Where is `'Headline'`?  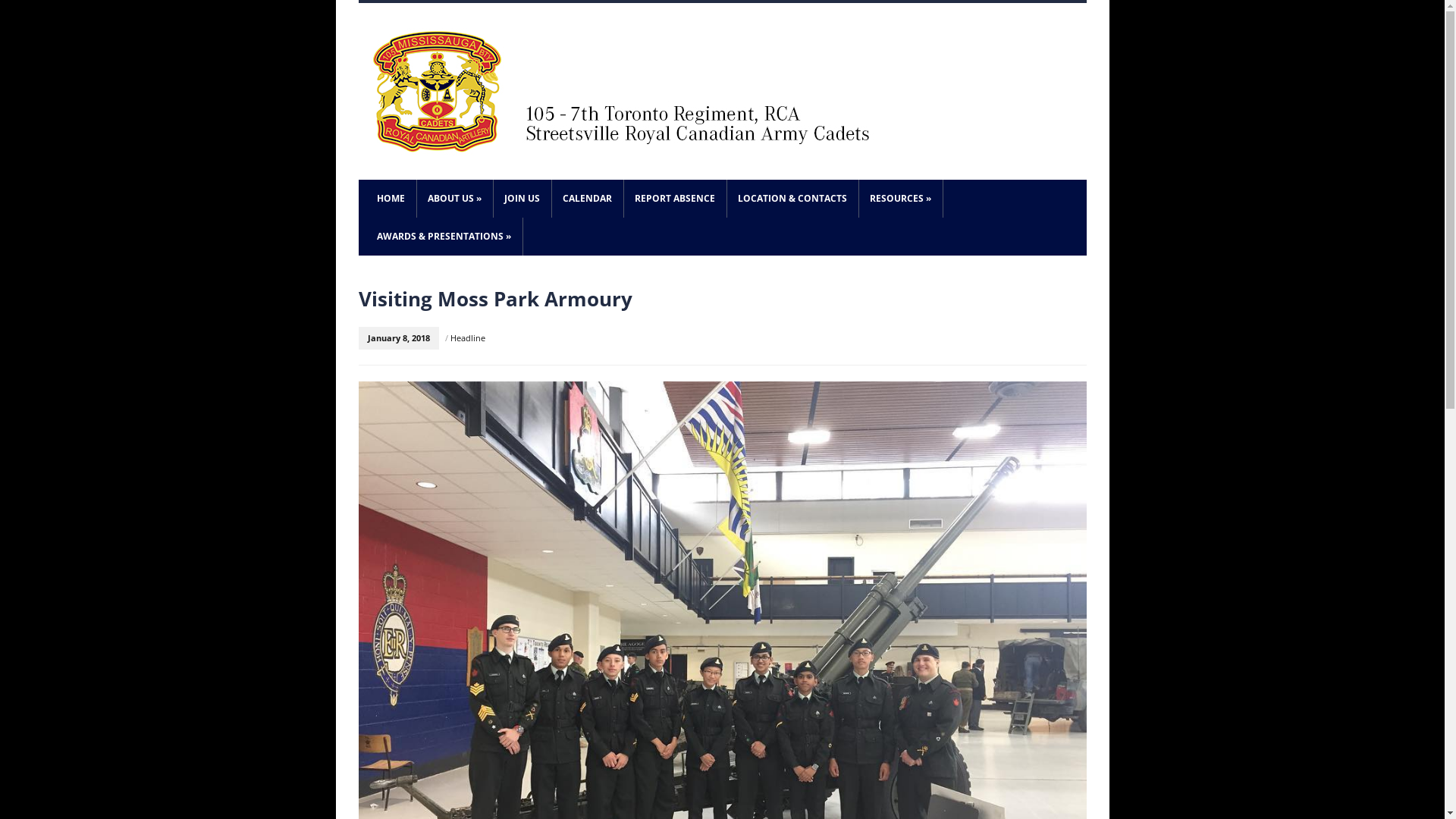
'Headline' is located at coordinates (450, 337).